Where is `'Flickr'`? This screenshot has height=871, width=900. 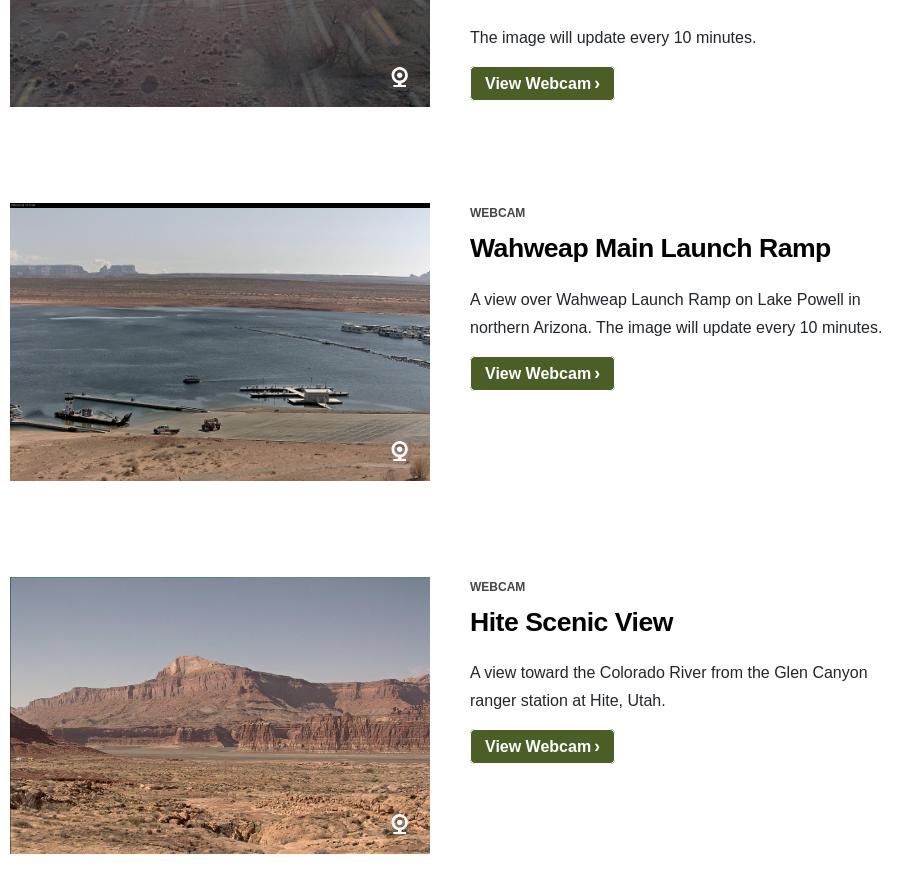
'Flickr' is located at coordinates (397, 670).